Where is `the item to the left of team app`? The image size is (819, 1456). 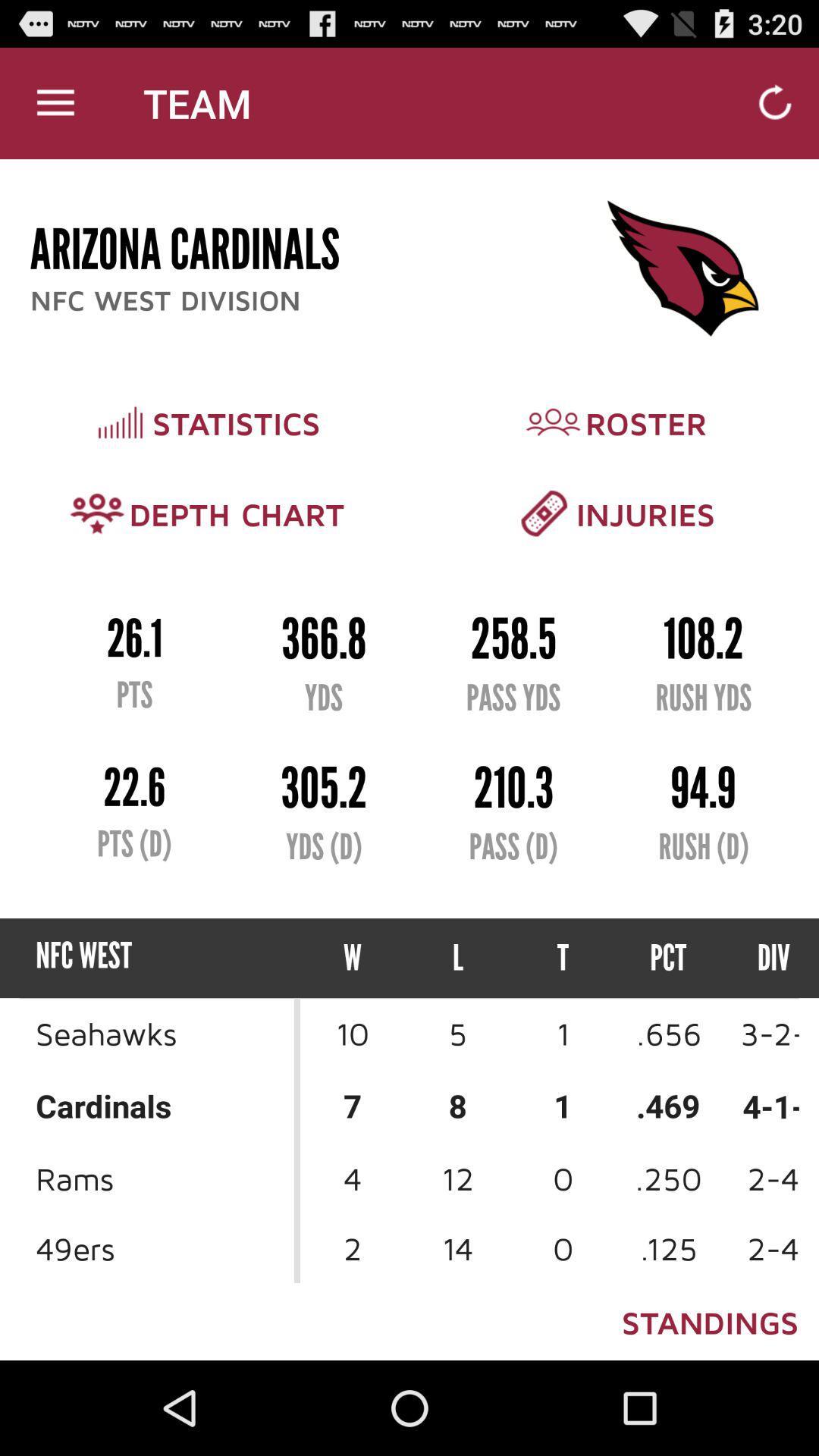 the item to the left of team app is located at coordinates (55, 102).